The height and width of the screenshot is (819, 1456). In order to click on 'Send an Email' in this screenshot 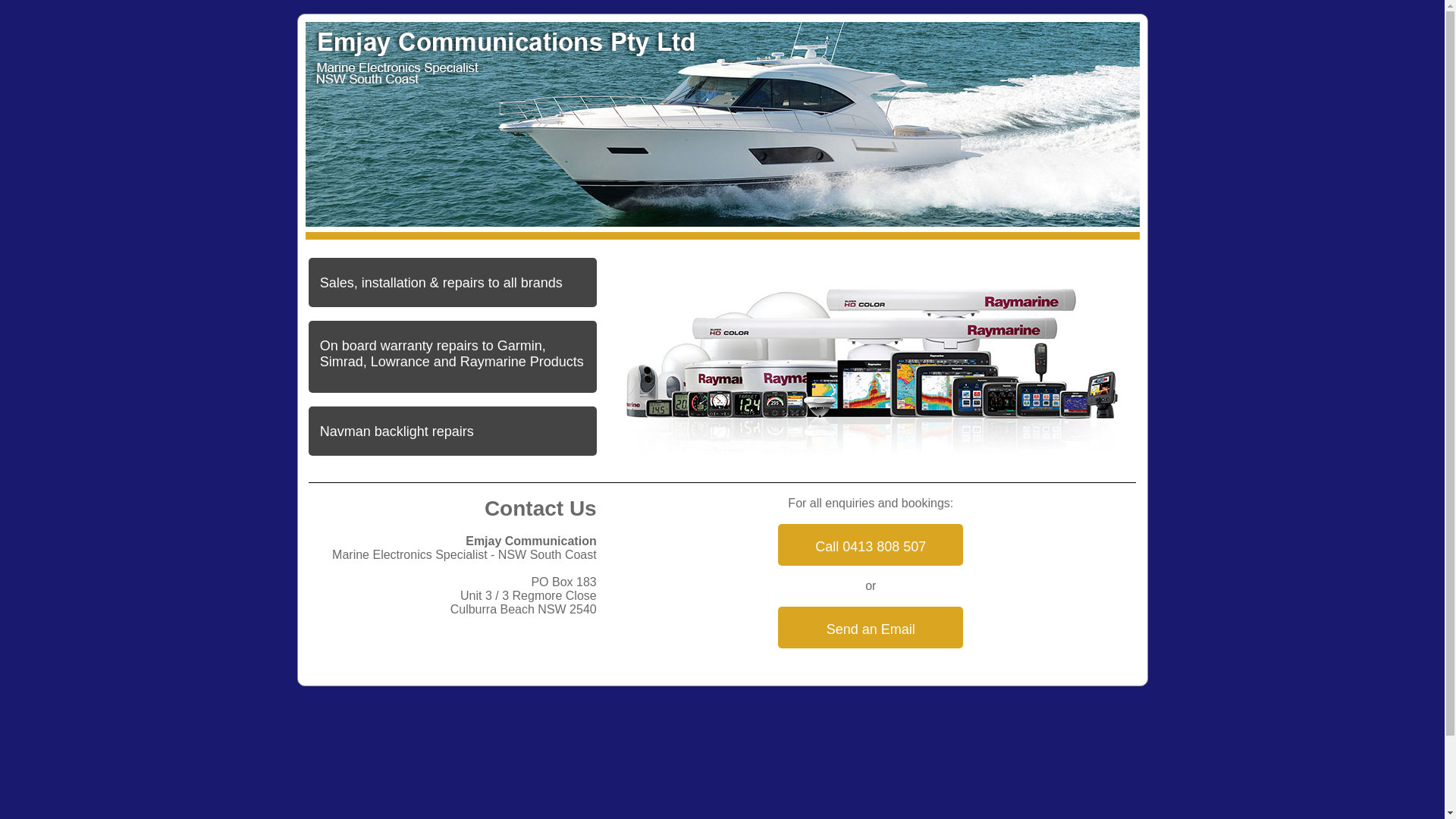, I will do `click(870, 627)`.